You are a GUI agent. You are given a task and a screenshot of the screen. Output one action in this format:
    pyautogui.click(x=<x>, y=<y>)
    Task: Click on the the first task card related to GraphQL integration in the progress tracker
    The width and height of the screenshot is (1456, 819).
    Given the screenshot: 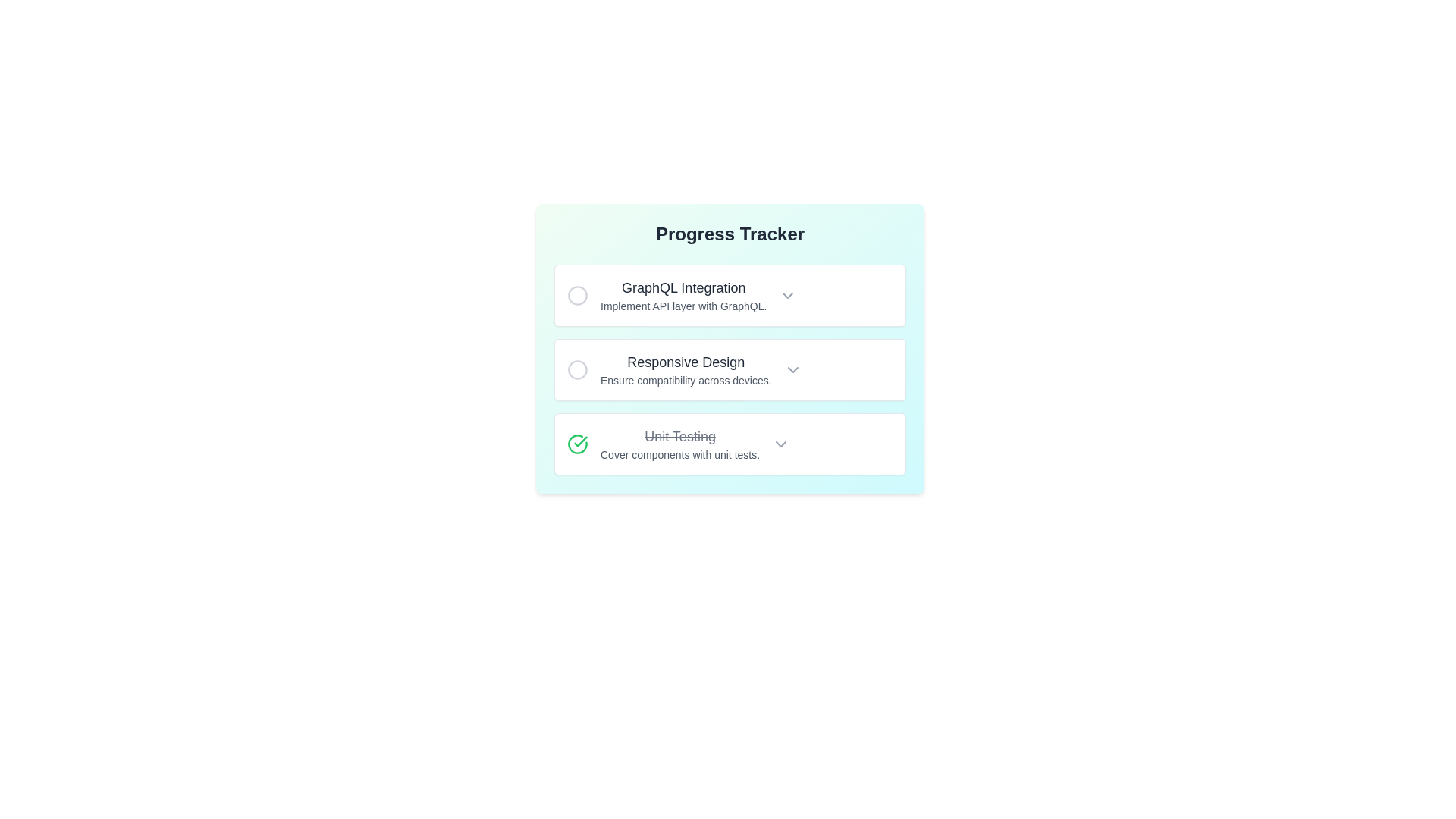 What is the action you would take?
    pyautogui.click(x=730, y=295)
    